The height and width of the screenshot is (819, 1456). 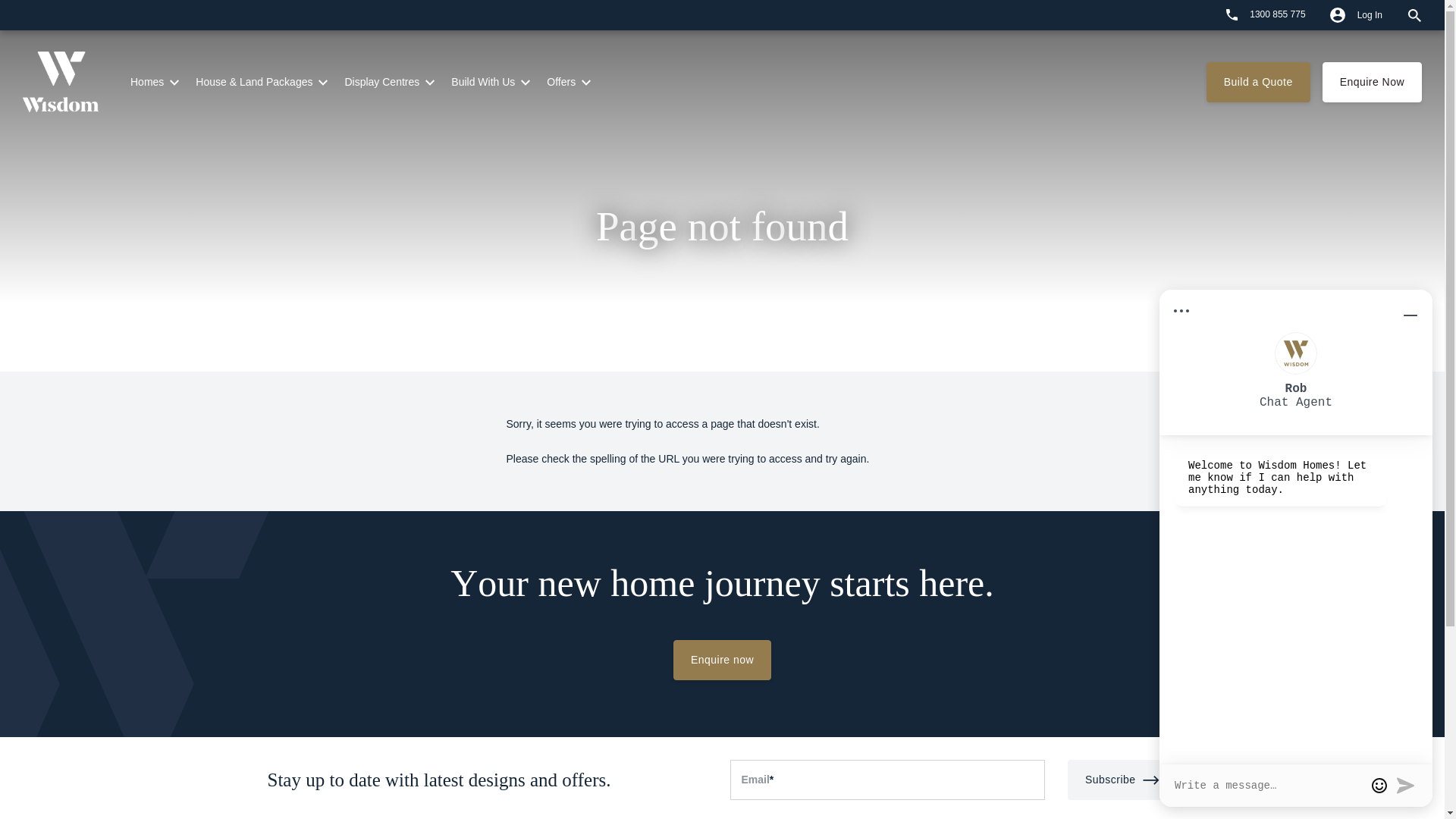 I want to click on 'Build With Us', so click(x=482, y=82).